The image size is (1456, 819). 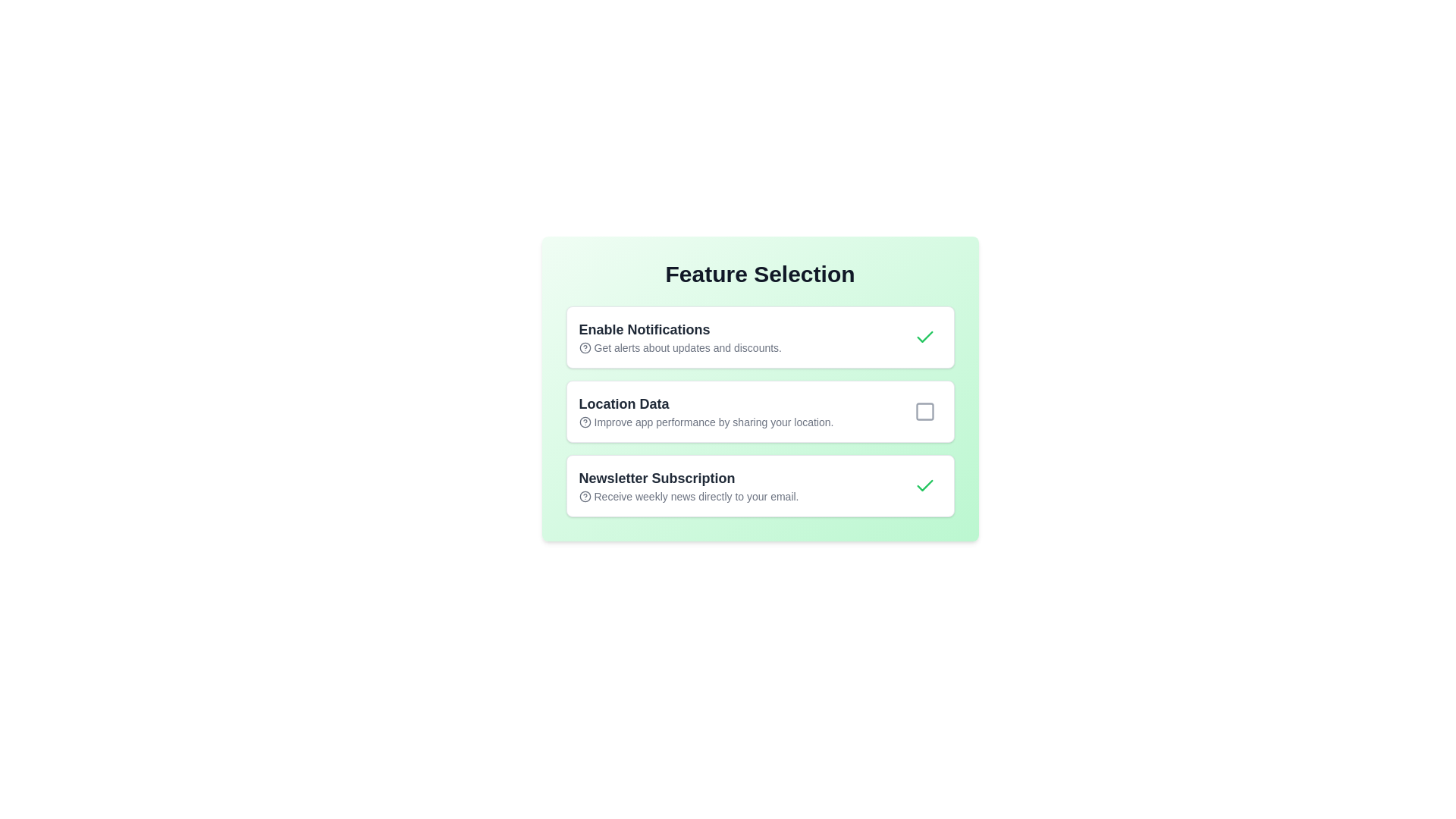 What do you see at coordinates (924, 336) in the screenshot?
I see `the checkmark icon in the lower-right corner of the 'Newsletter Subscription' item to interact with the option` at bounding box center [924, 336].